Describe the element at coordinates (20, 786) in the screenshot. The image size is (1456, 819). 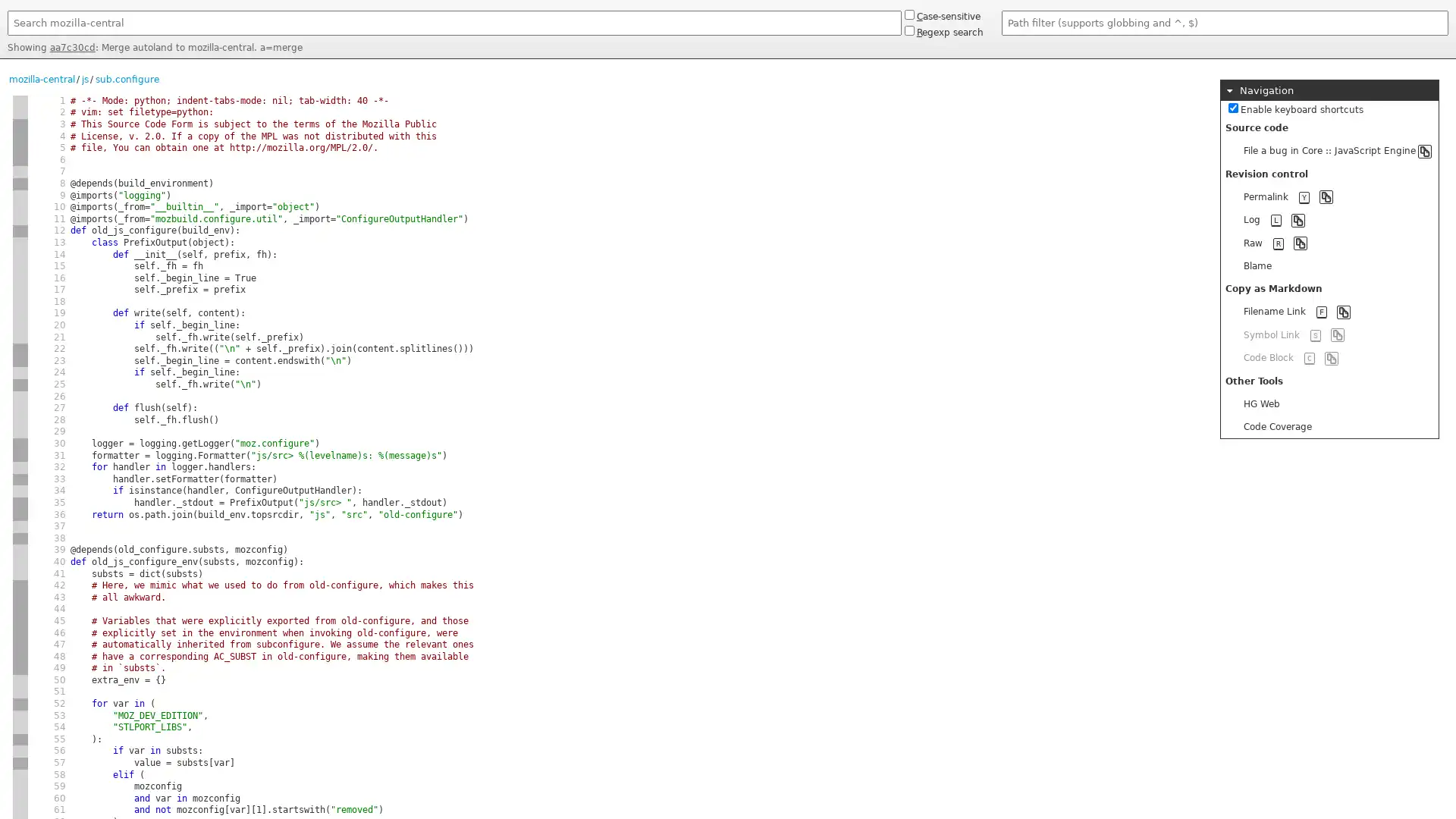
I see `same hash 3` at that location.